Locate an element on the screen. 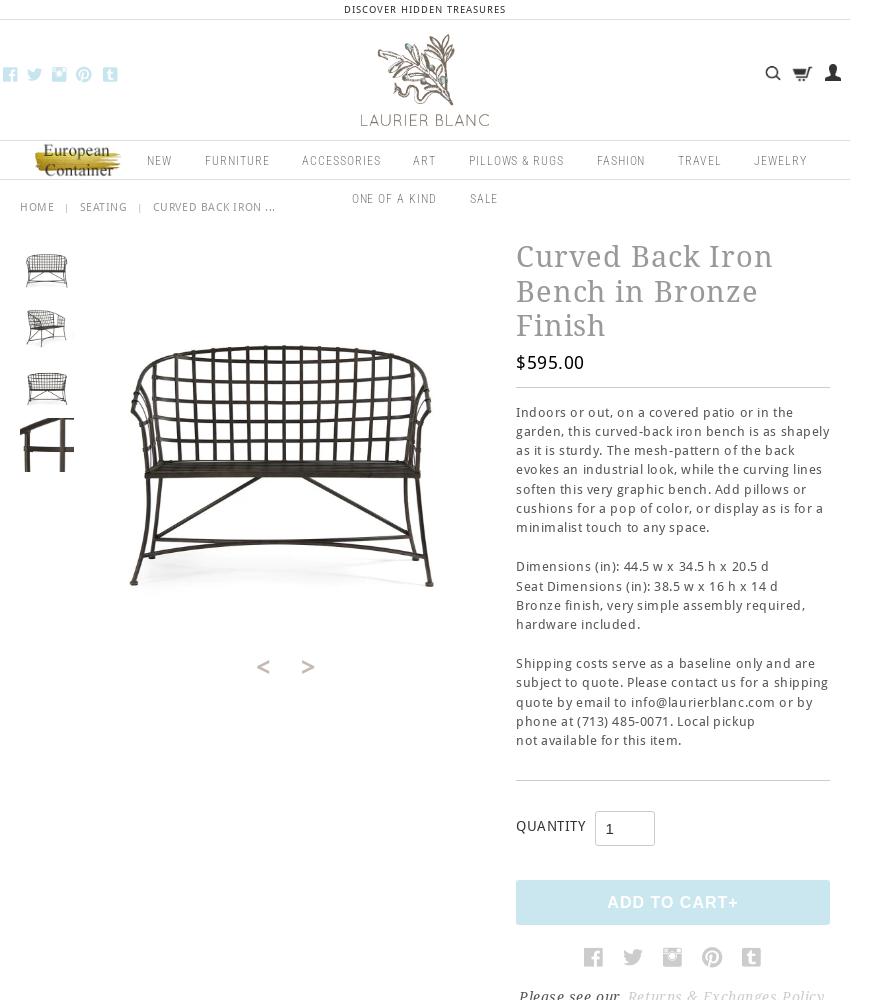  'Furniture' is located at coordinates (236, 160).